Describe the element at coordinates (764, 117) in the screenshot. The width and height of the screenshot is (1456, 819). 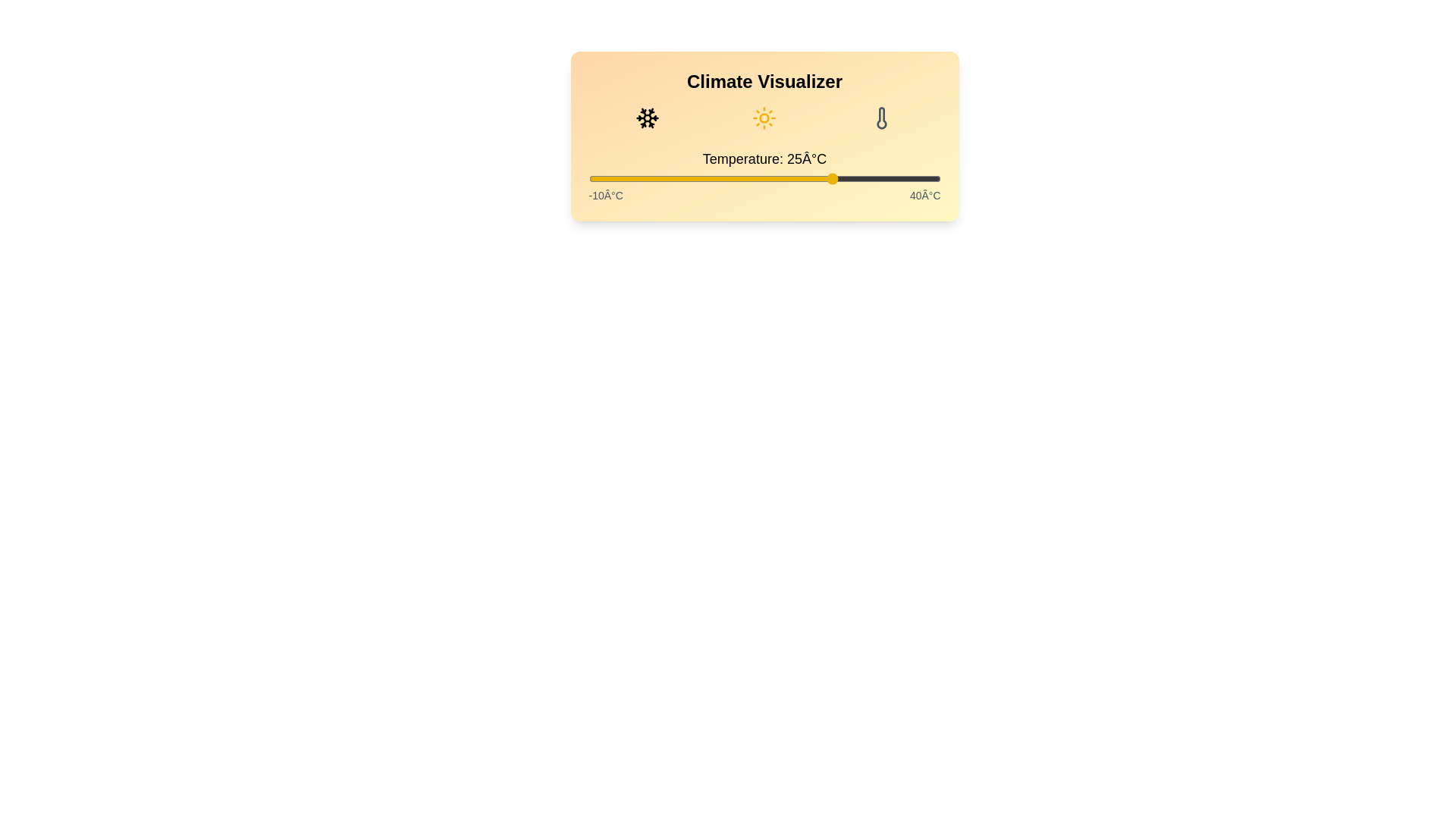
I see `the weather condition icon to change the displayed condition to Sunny` at that location.